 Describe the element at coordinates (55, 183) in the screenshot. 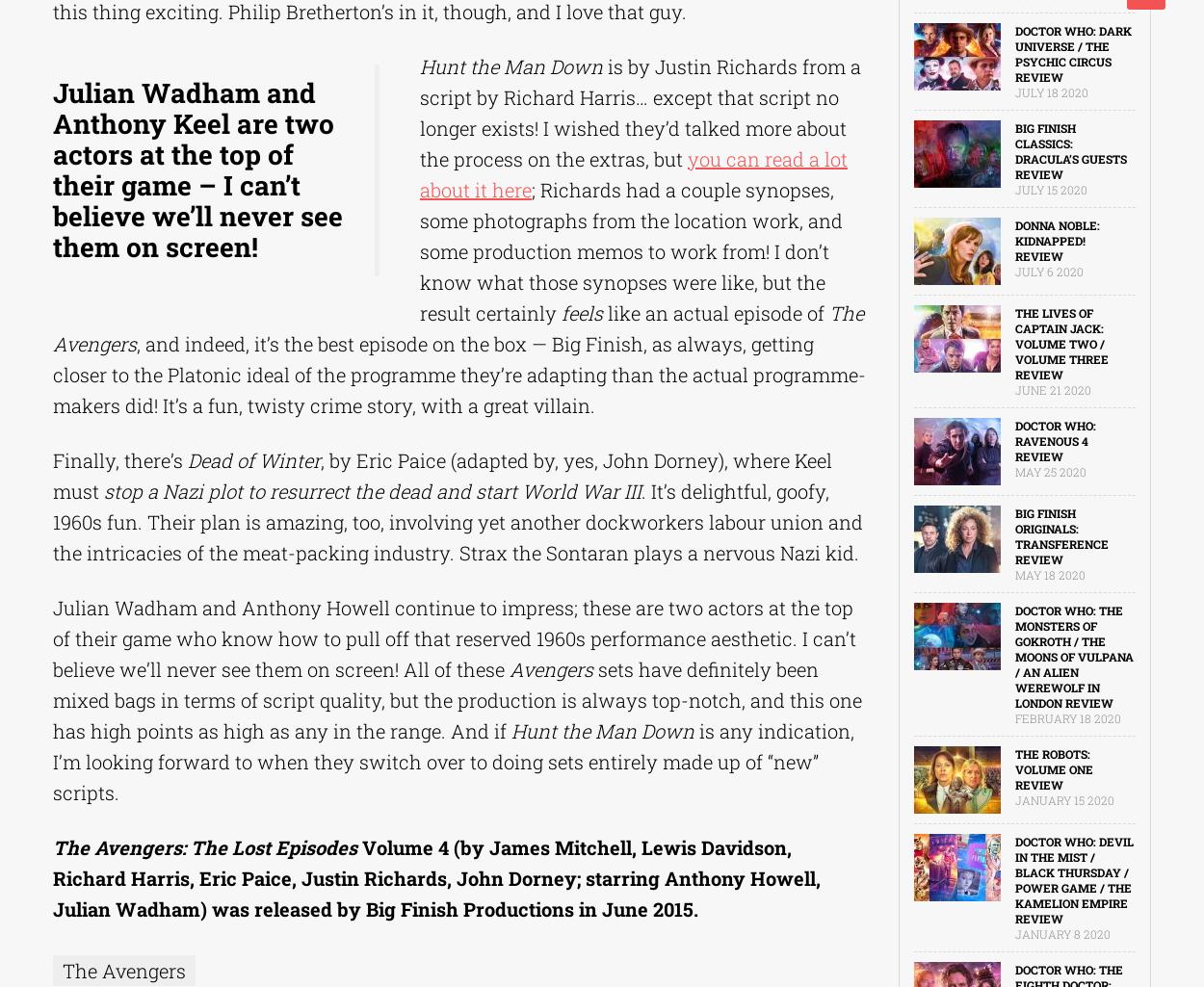

I see `'X-Men'` at that location.